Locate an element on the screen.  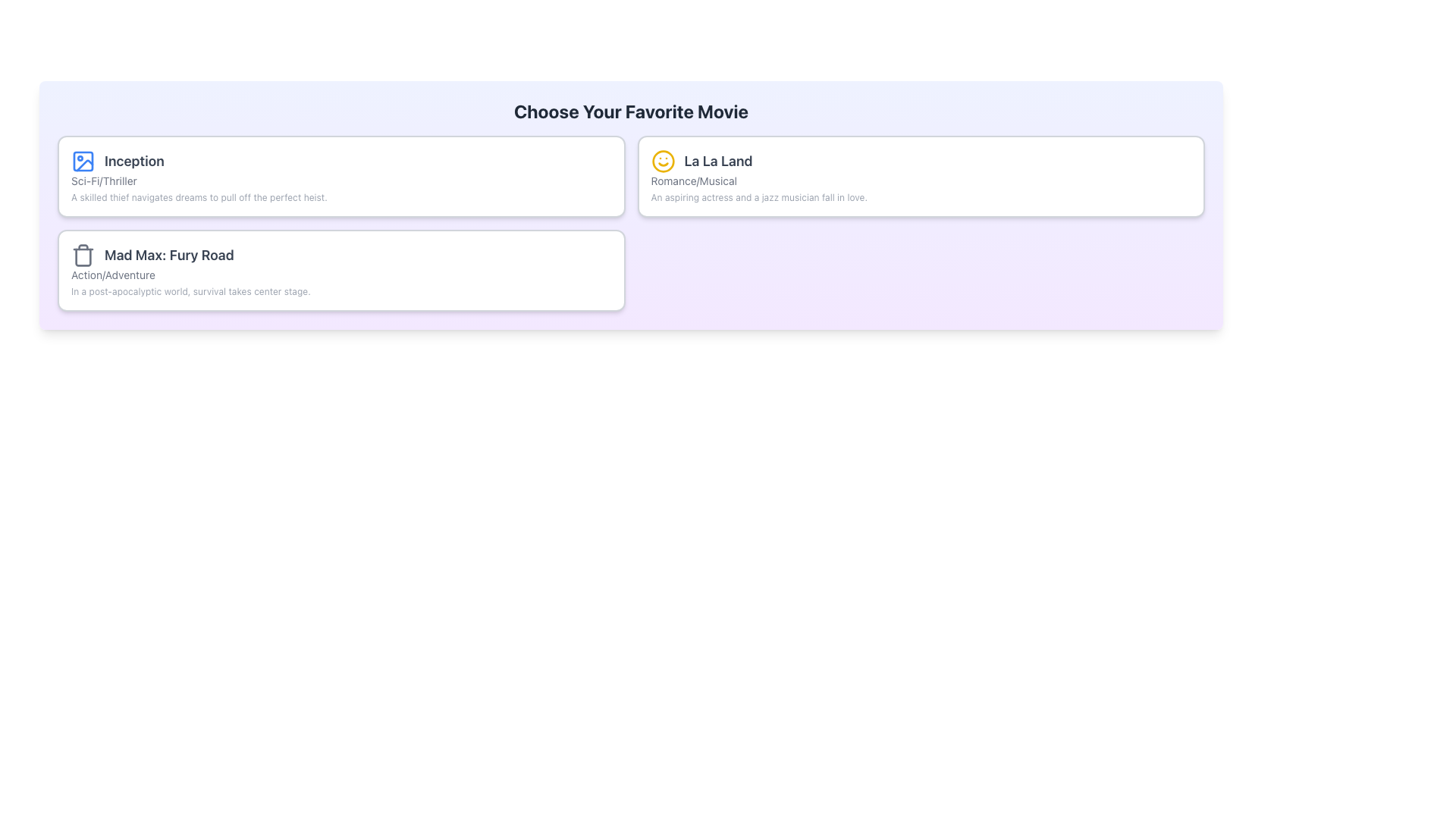
the descriptive text label that reads 'An aspiring actress and a jazz musician fall in love.' located below the 'Romance/Musical' category in the 'La La Land' movie card is located at coordinates (759, 197).